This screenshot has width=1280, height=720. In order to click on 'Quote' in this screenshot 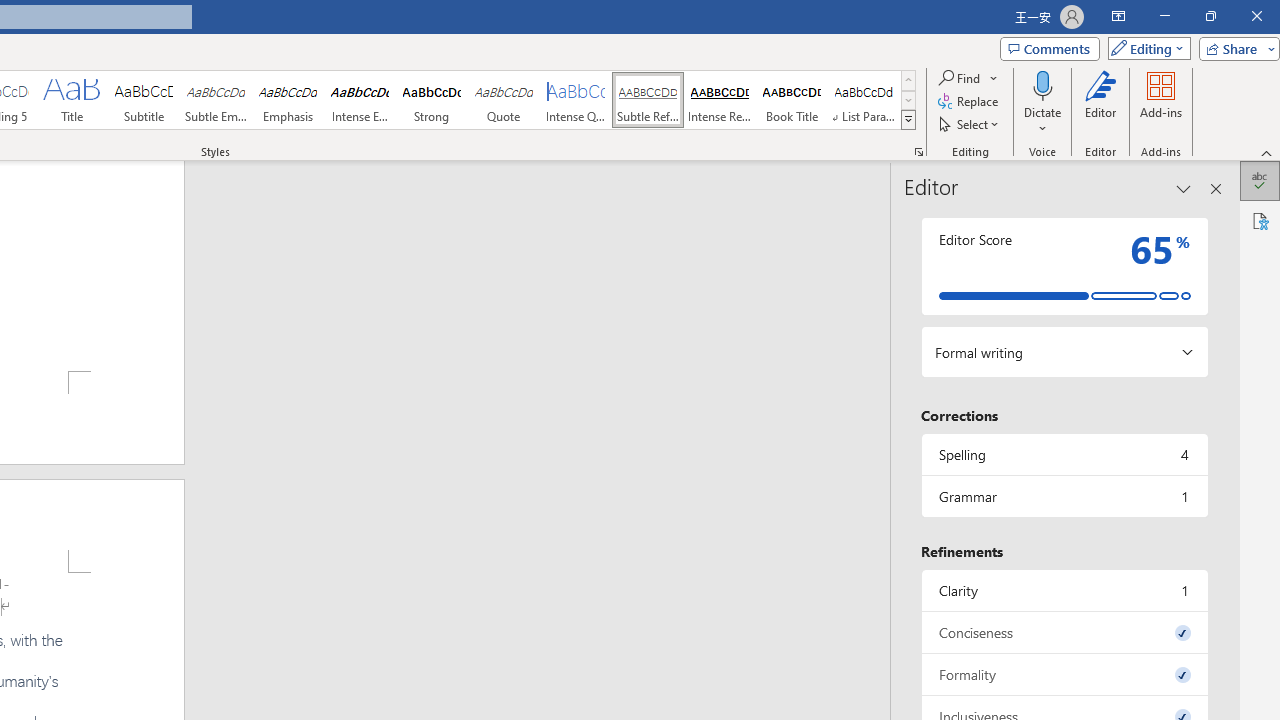, I will do `click(504, 100)`.